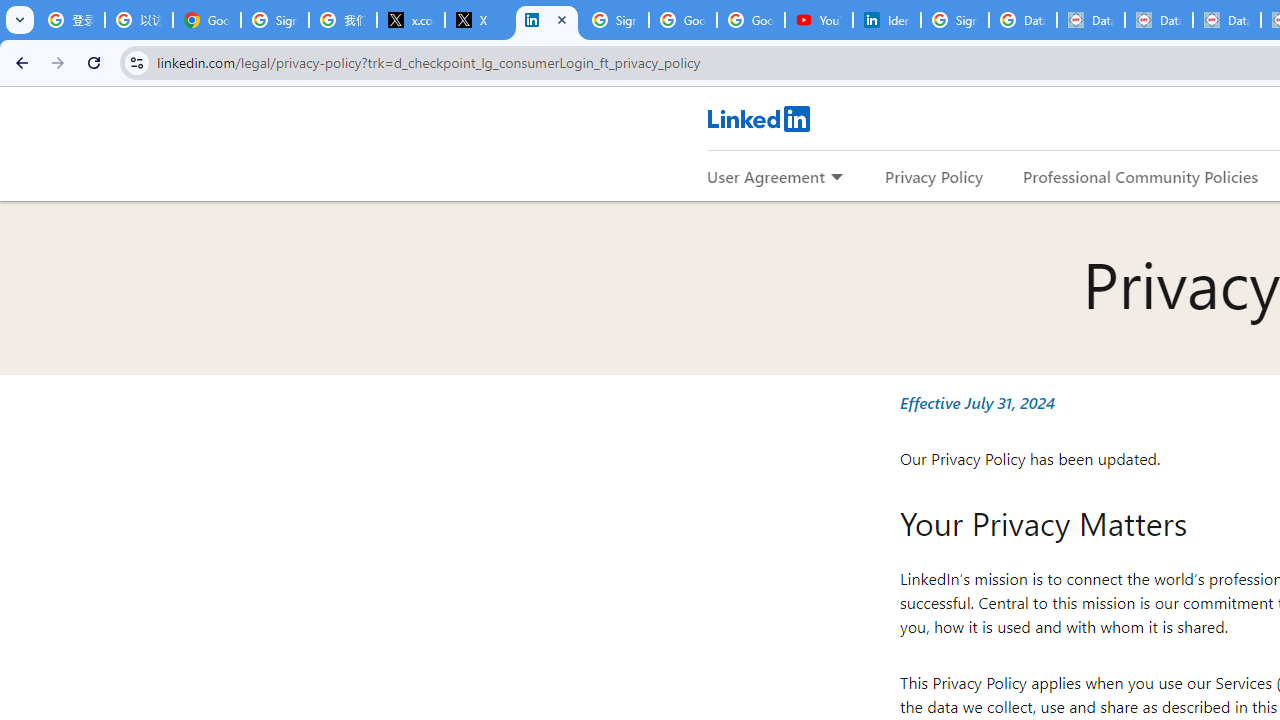  Describe the element at coordinates (478, 20) in the screenshot. I see `'X'` at that location.